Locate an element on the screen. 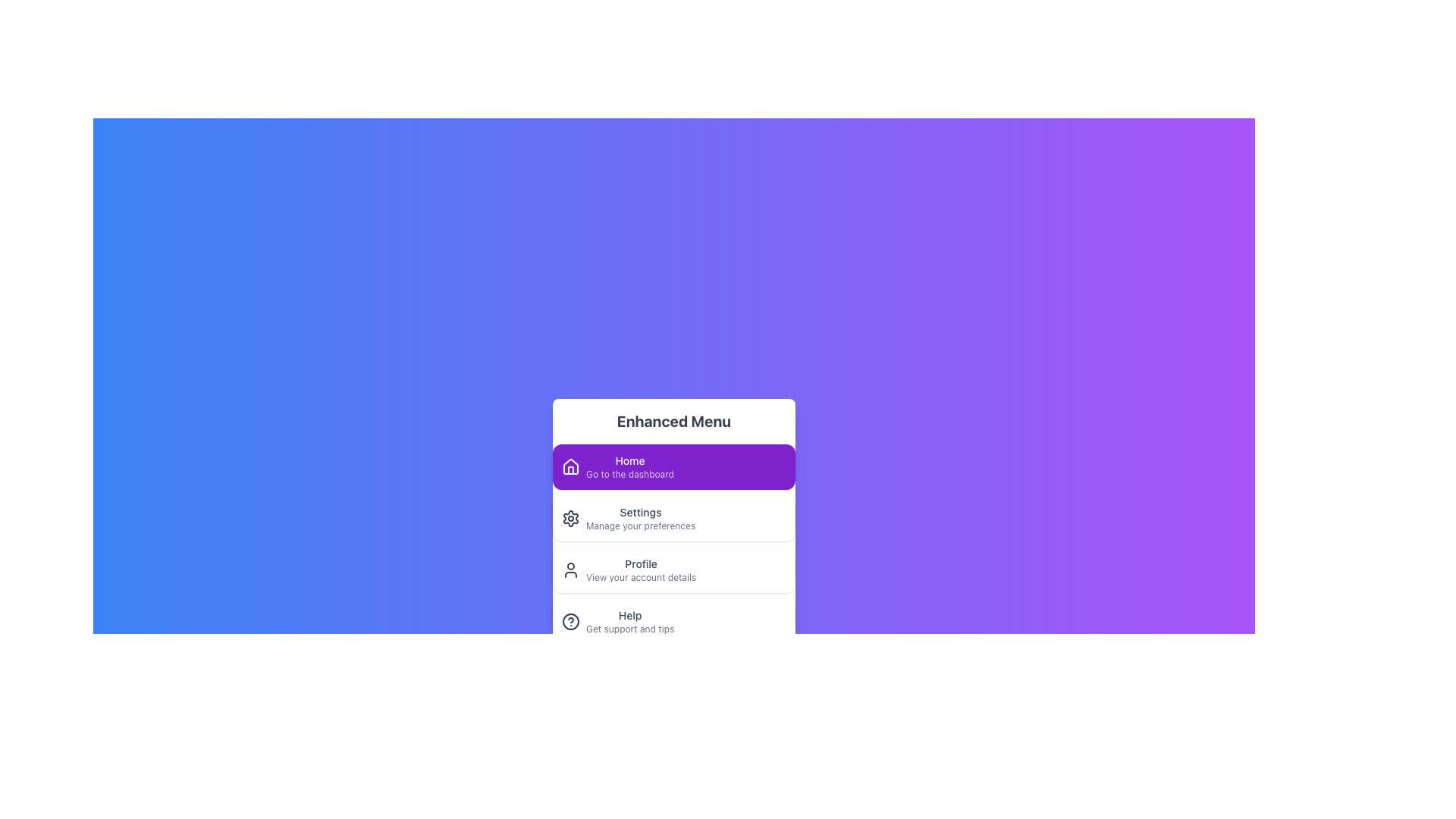 This screenshot has width=1456, height=819. the help or support icon shape, which visually represents the help feature in the menu list is located at coordinates (570, 622).